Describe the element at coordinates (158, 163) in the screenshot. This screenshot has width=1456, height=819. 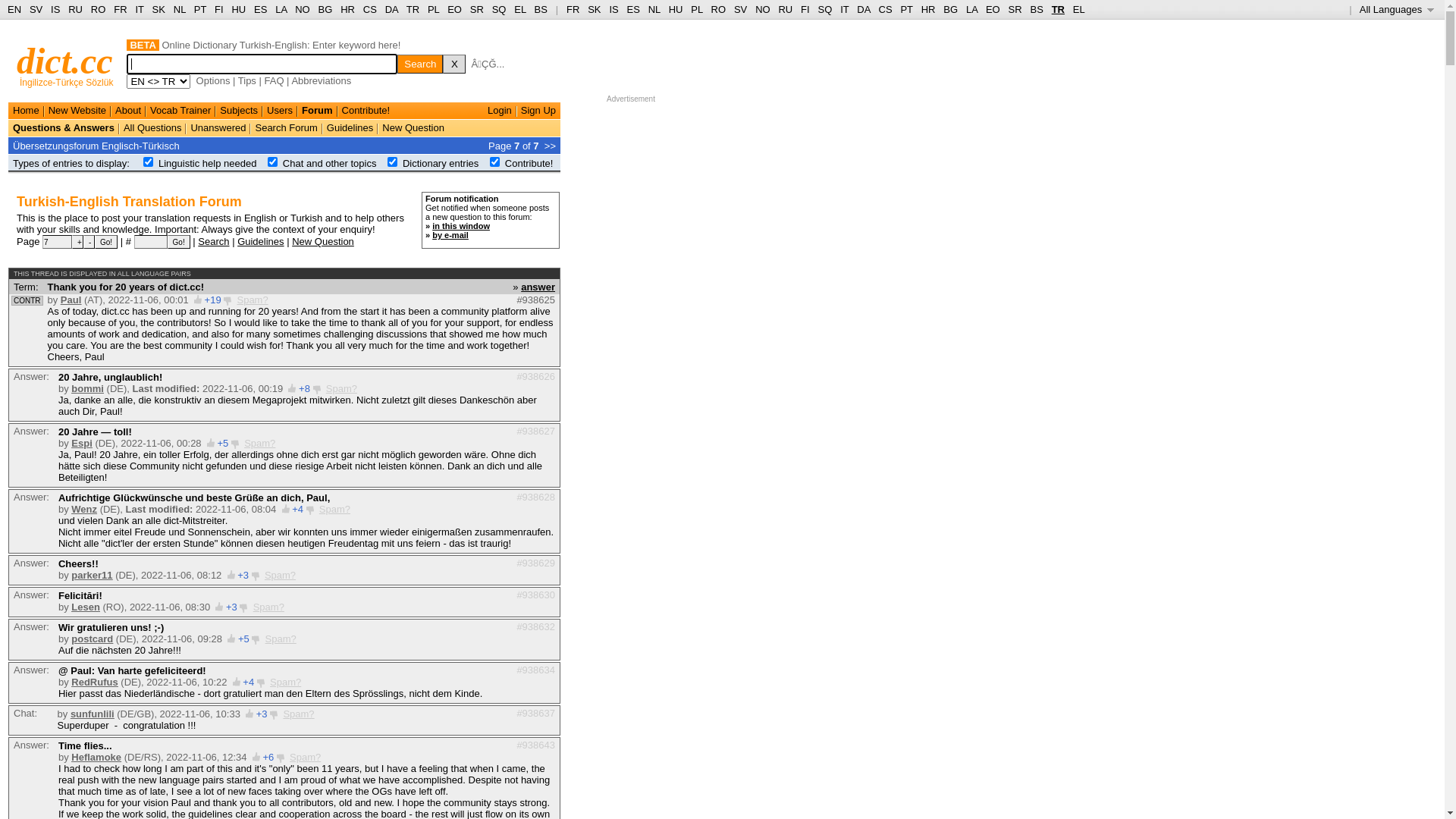
I see `'Linguistic help needed'` at that location.